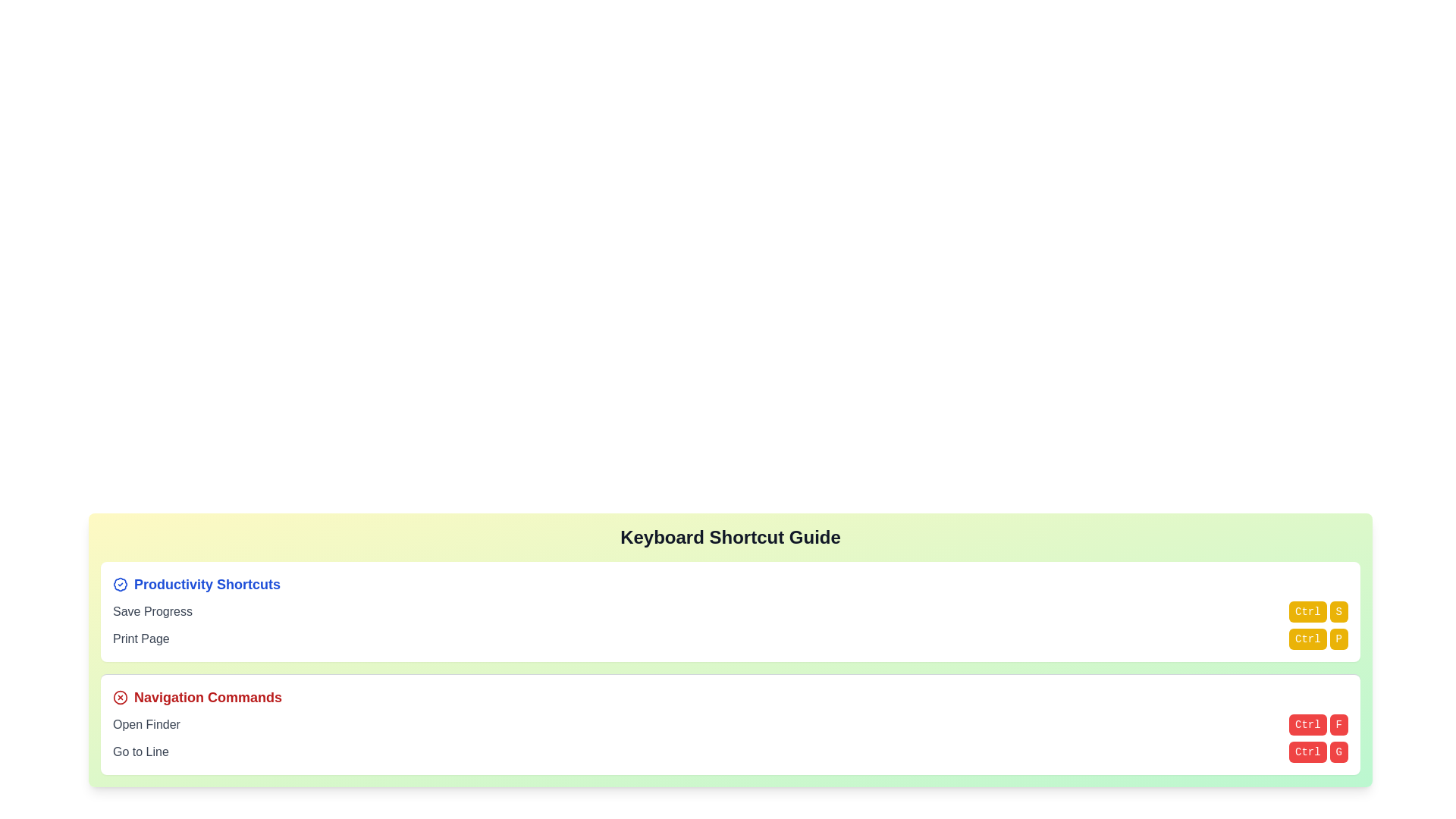 The width and height of the screenshot is (1456, 819). What do you see at coordinates (140, 752) in the screenshot?
I see `the 'Go to Line' text label within the 'Navigation Commands' section, which is positioned below the 'Open Finder' command` at bounding box center [140, 752].